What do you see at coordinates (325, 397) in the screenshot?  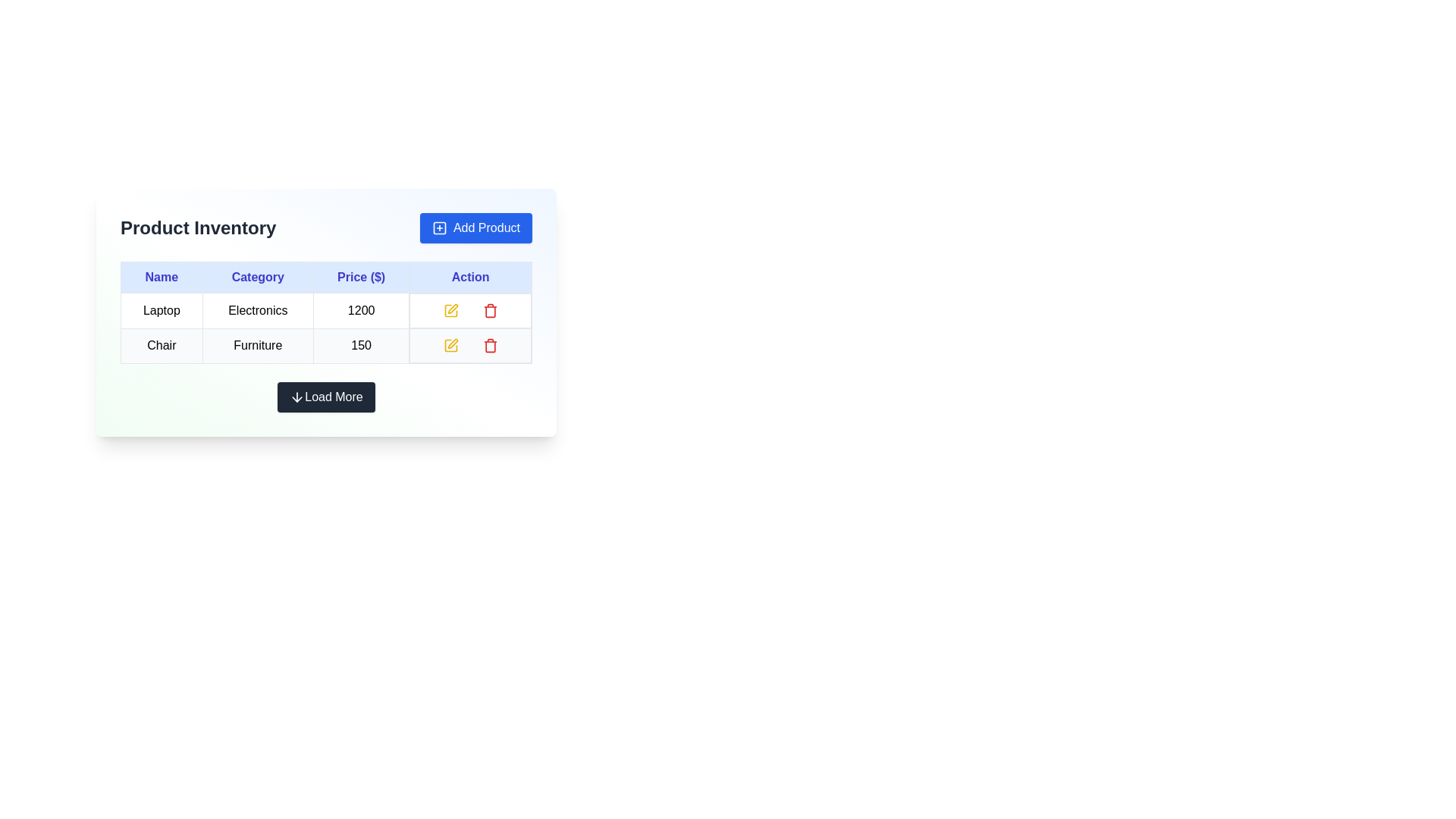 I see `the 'Load More' button, a rectangular button with a downward arrow icon and text on a dark background, to observe its styling effects` at bounding box center [325, 397].